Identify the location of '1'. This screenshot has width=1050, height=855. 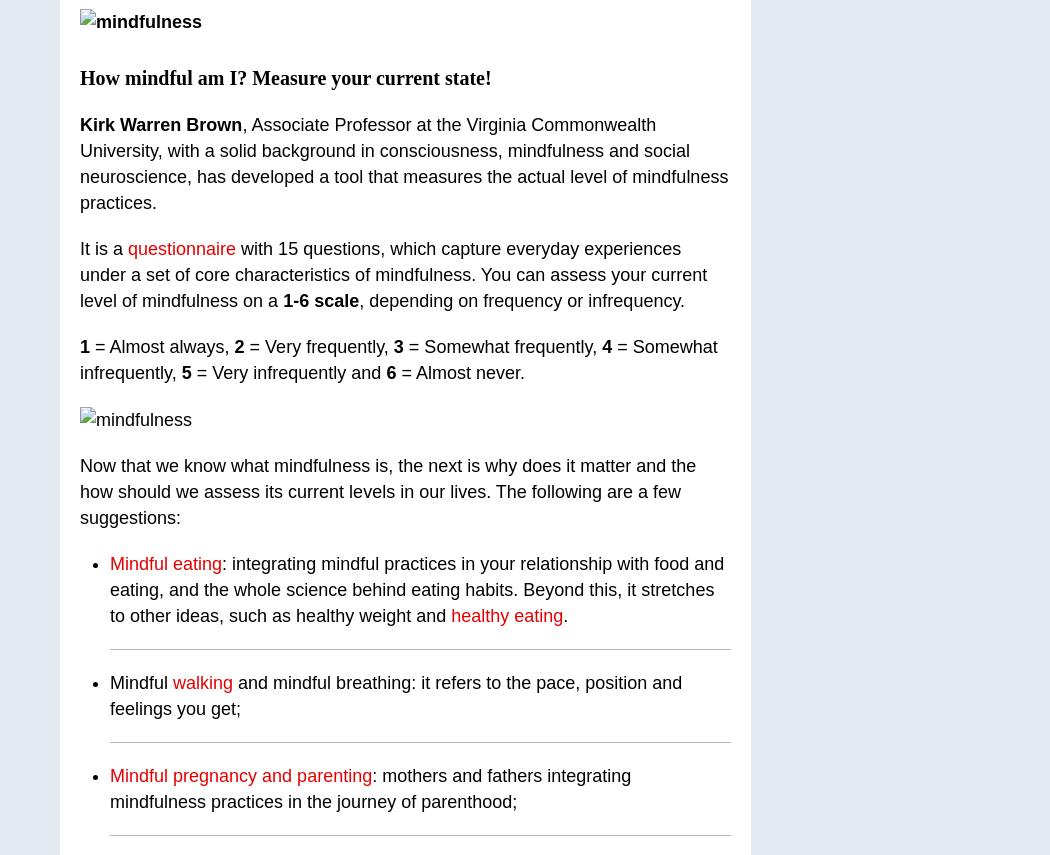
(80, 346).